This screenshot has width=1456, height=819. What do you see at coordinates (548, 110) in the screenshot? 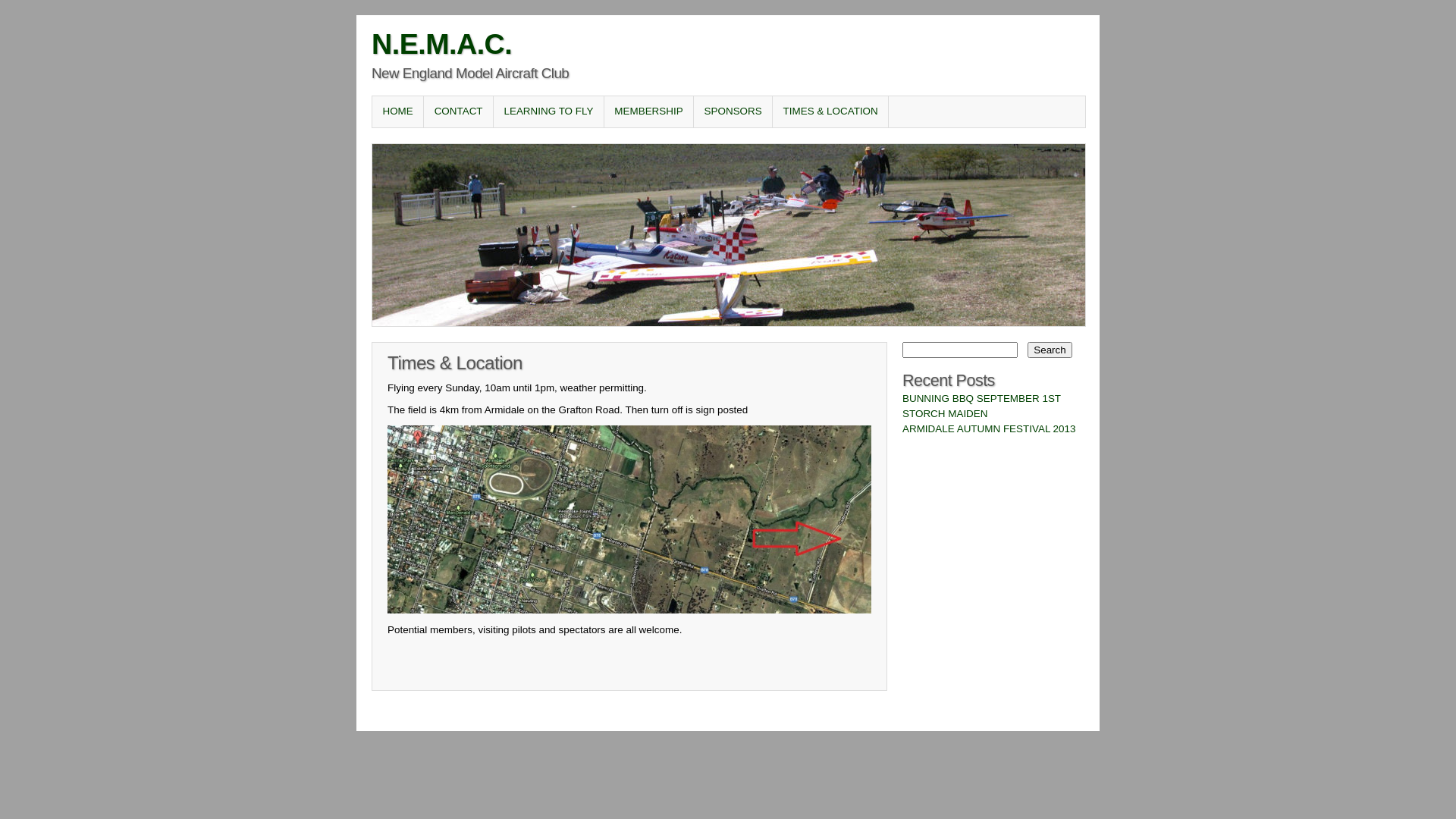
I see `'LEARNING TO FLY'` at bounding box center [548, 110].